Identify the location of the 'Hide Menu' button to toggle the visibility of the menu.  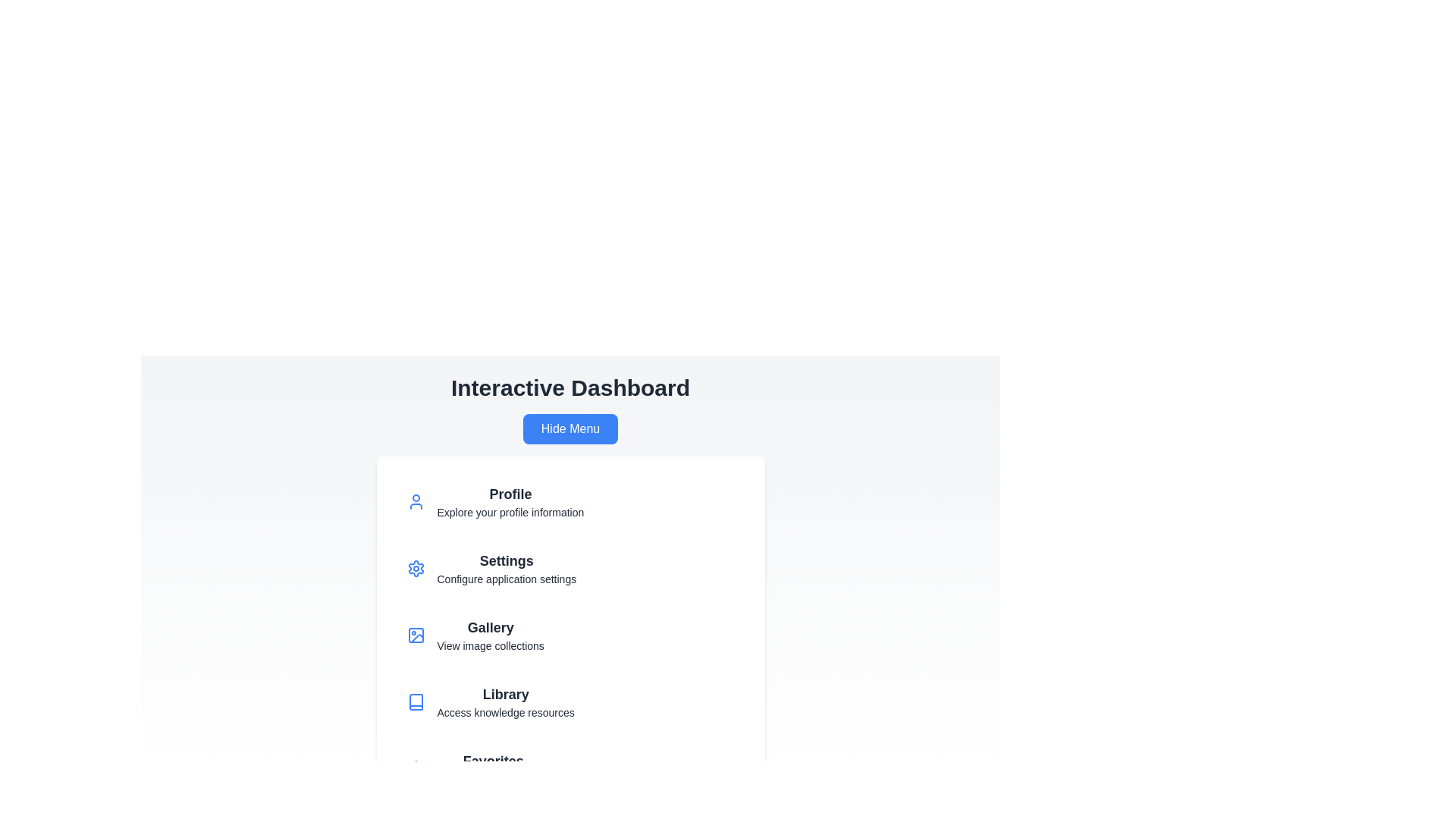
(570, 429).